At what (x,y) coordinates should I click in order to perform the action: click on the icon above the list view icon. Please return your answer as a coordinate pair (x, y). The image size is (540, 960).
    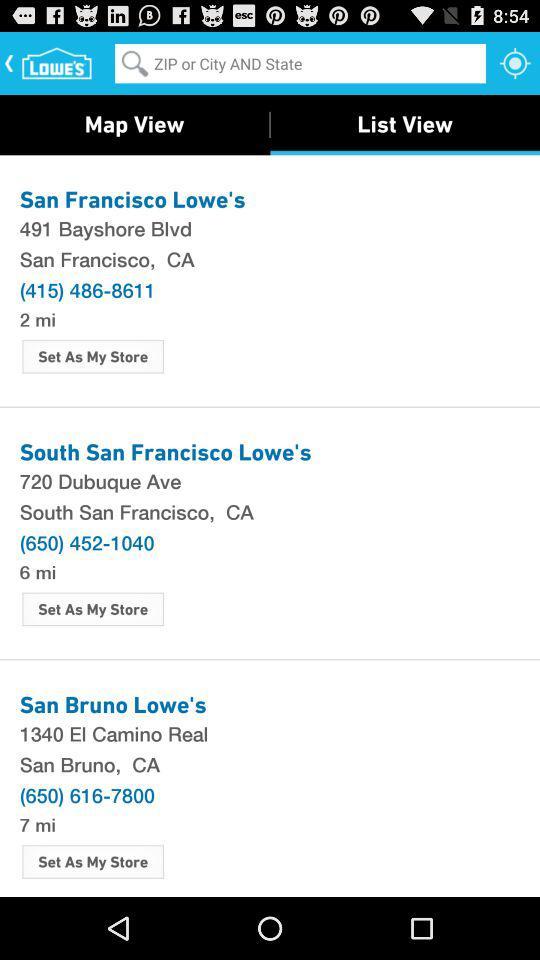
    Looking at the image, I should click on (515, 62).